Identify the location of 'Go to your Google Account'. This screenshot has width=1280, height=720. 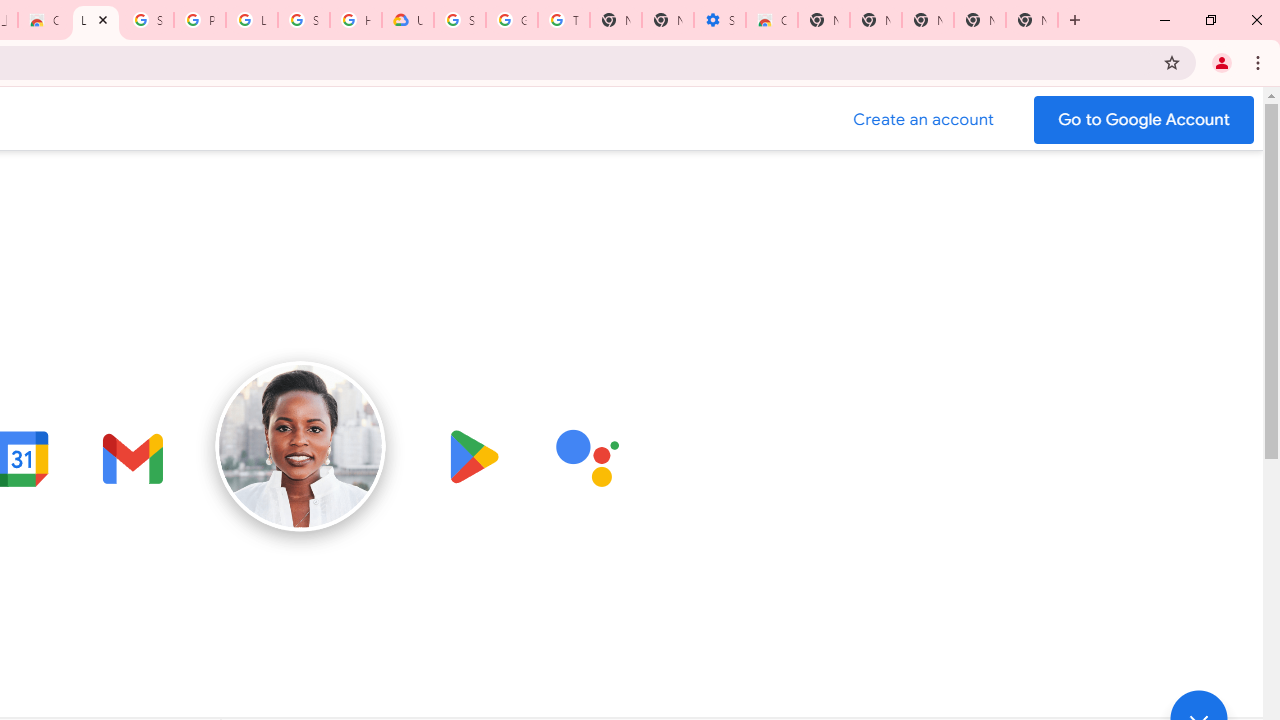
(1144, 119).